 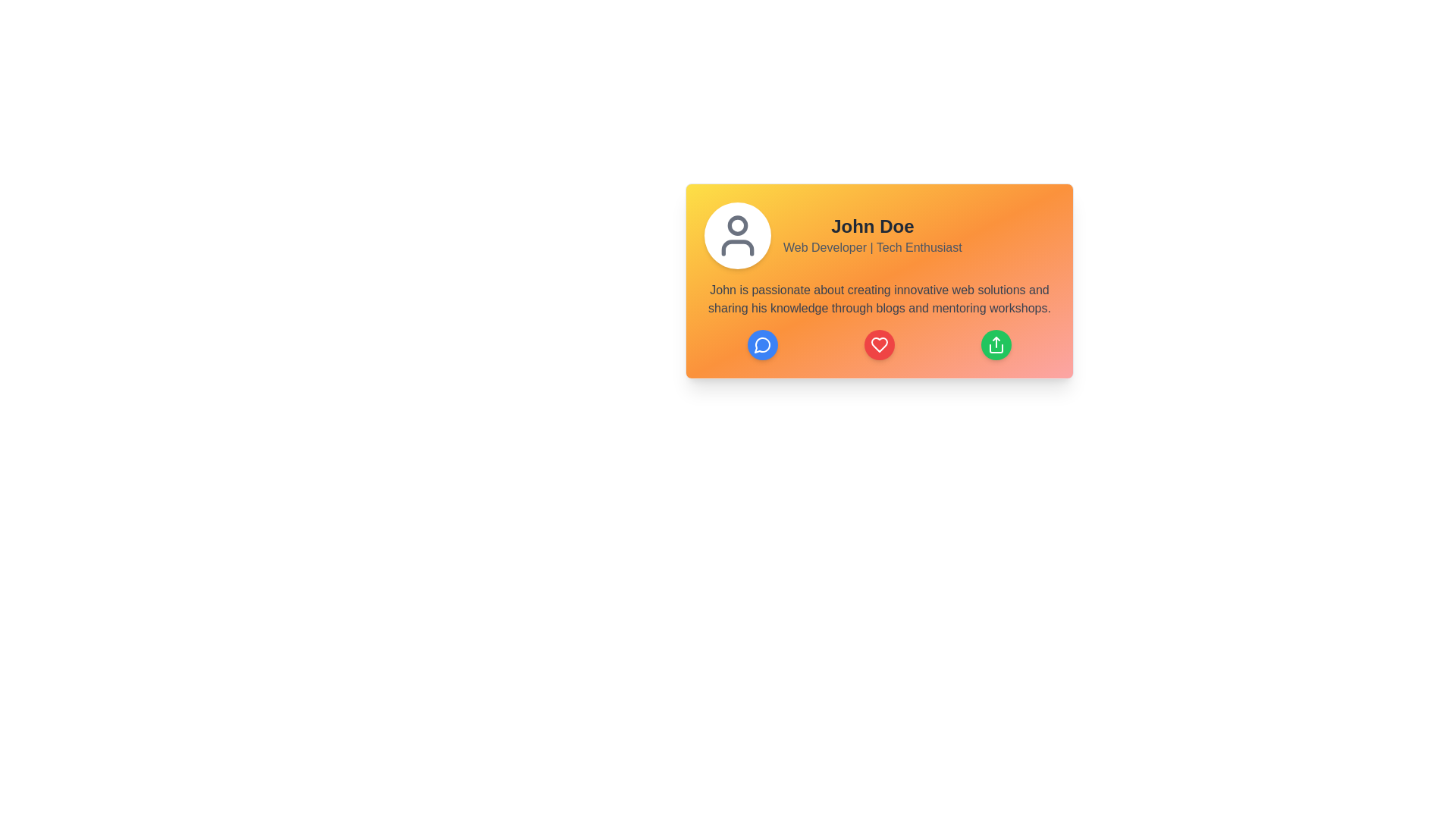 What do you see at coordinates (763, 345) in the screenshot?
I see `the circular blue button with a chat bubble icon` at bounding box center [763, 345].